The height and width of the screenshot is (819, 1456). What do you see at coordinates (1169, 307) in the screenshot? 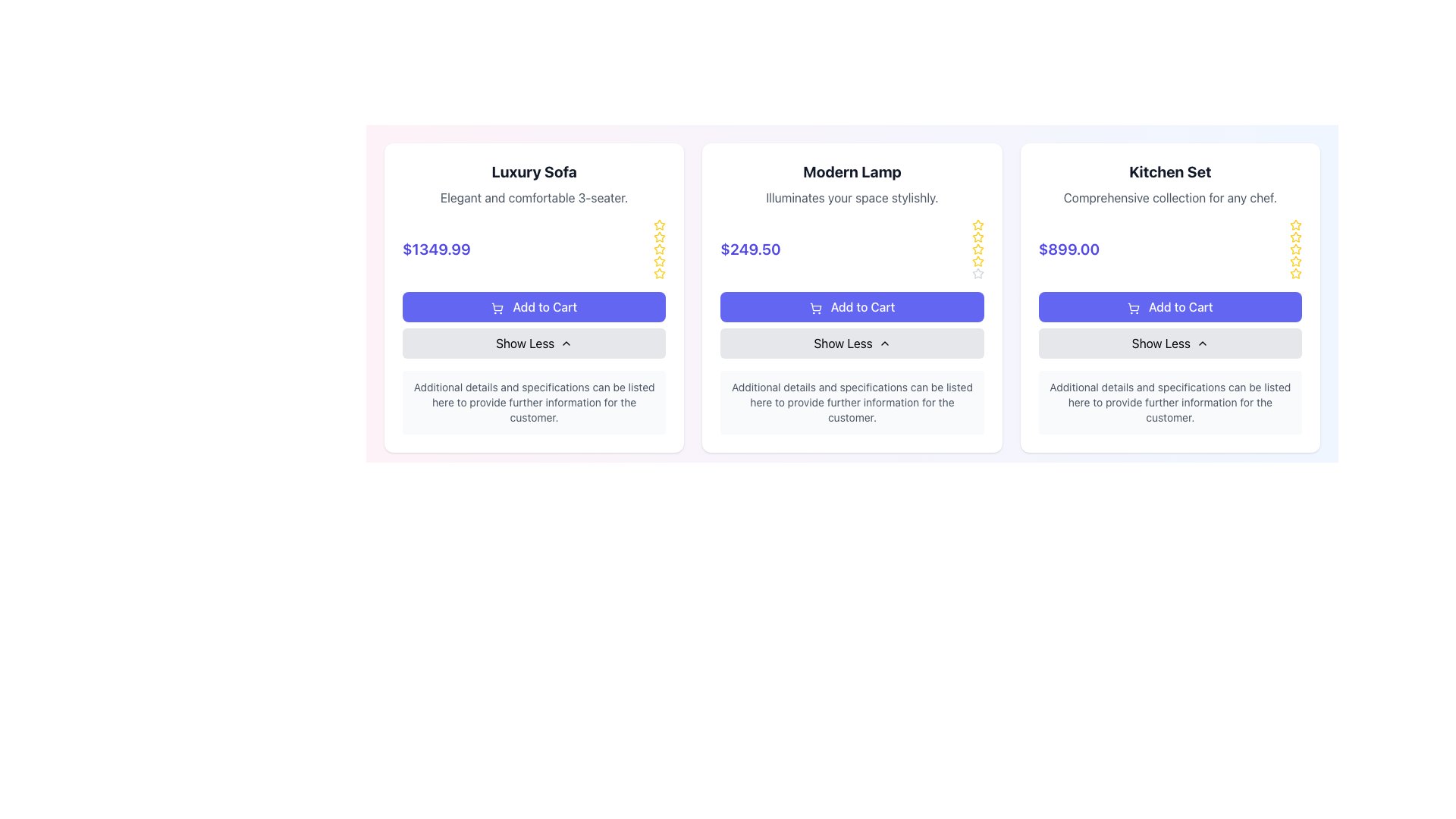
I see `the 'Add to Cart' button for the 'Kitchen Set' product located in the third card from the left, positioned below the price tag of '$899.00' and above the 'Show Less' button` at bounding box center [1169, 307].